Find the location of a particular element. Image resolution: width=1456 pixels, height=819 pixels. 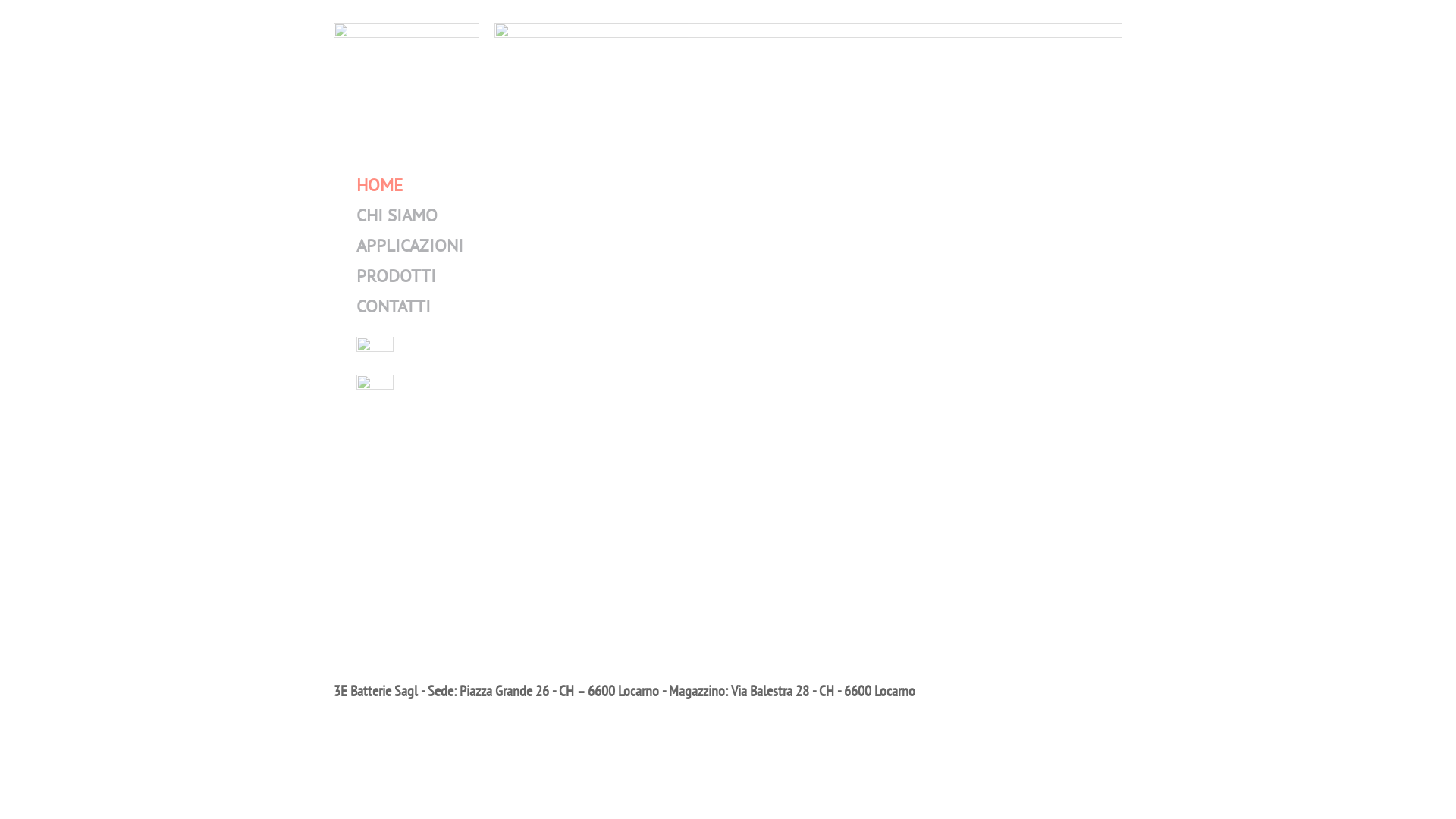

'PRODOTTI' is located at coordinates (396, 275).